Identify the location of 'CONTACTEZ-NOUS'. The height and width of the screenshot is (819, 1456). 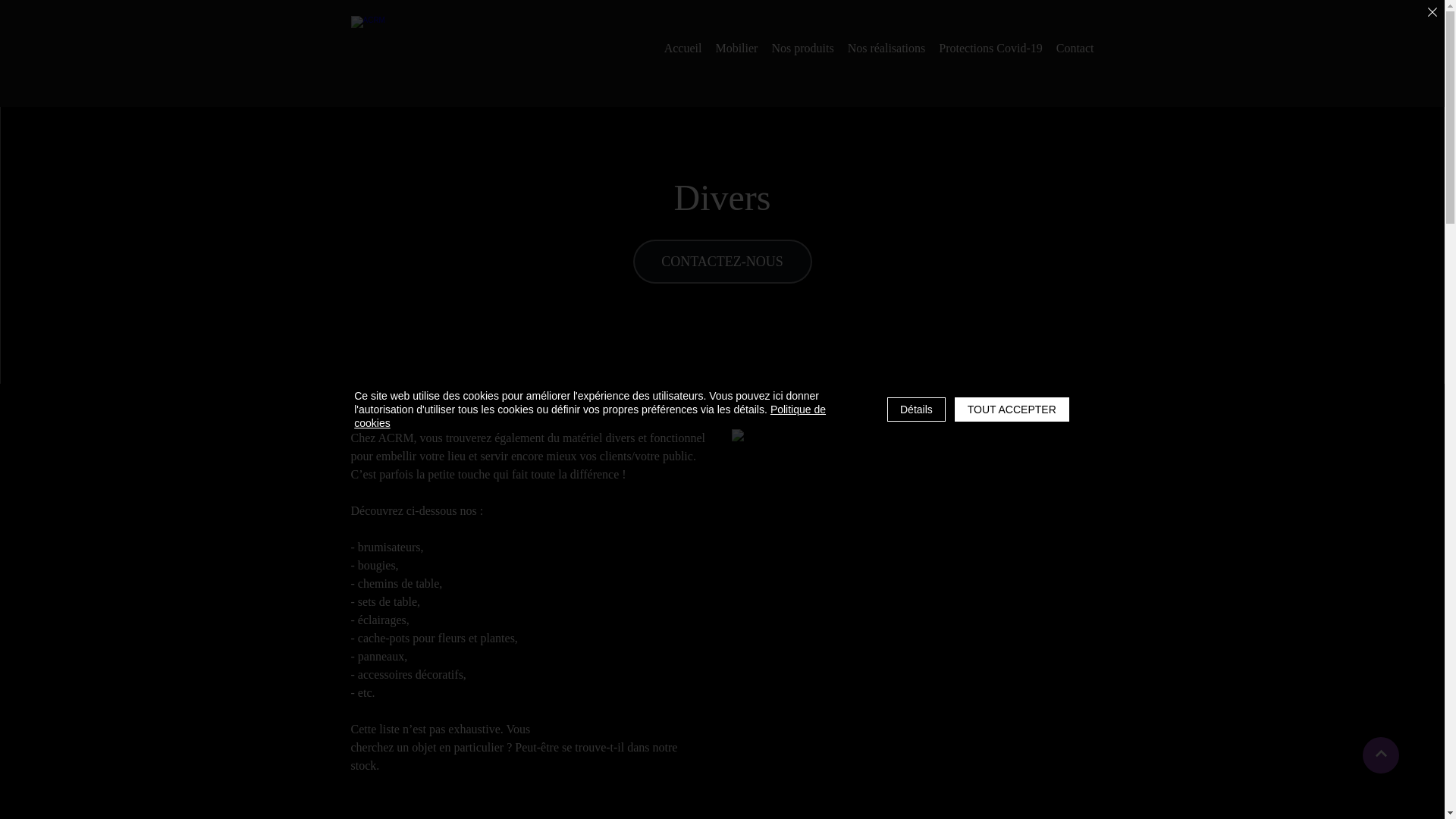
(720, 260).